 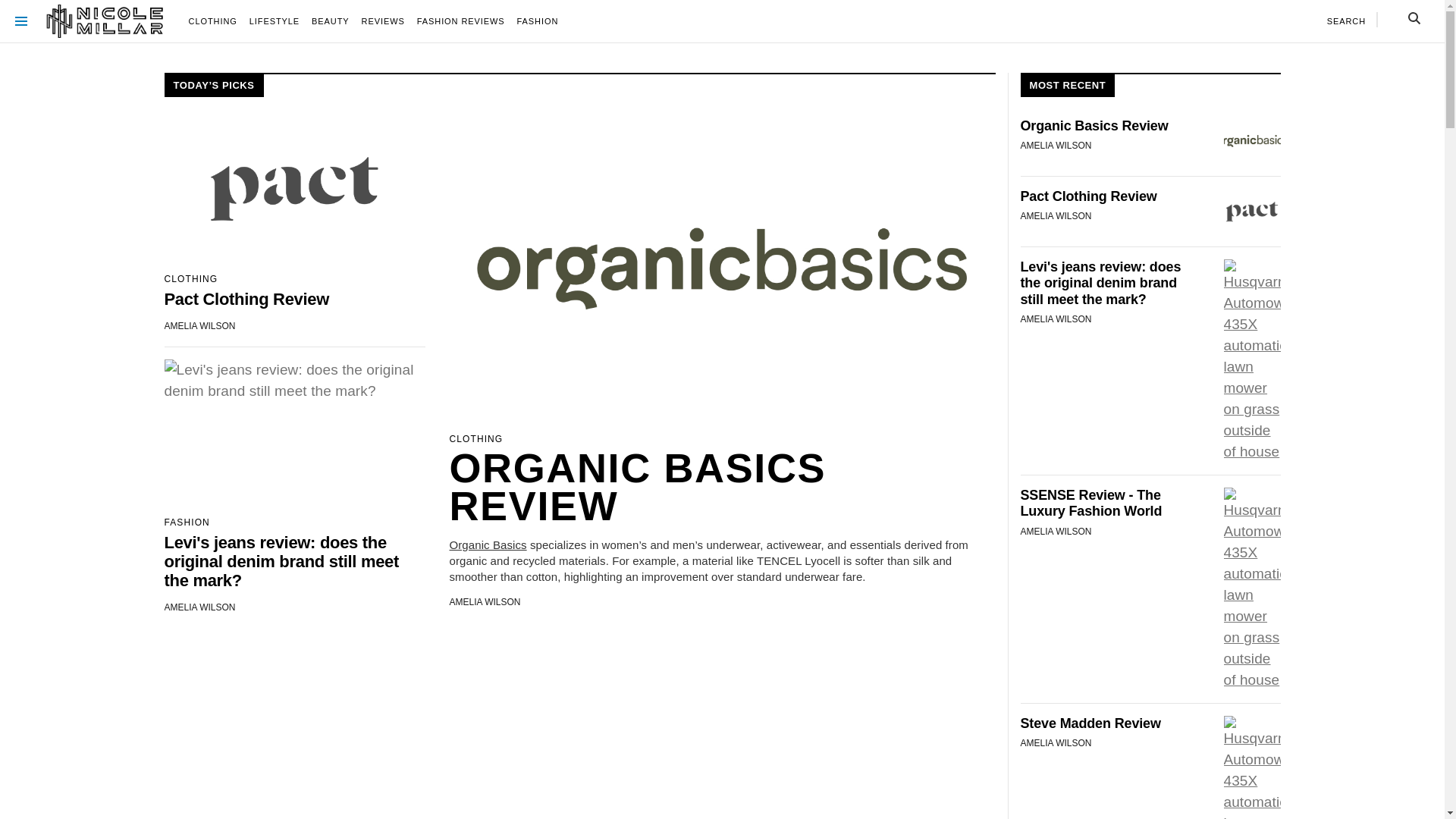 I want to click on 'BEAUTY', so click(x=330, y=21).